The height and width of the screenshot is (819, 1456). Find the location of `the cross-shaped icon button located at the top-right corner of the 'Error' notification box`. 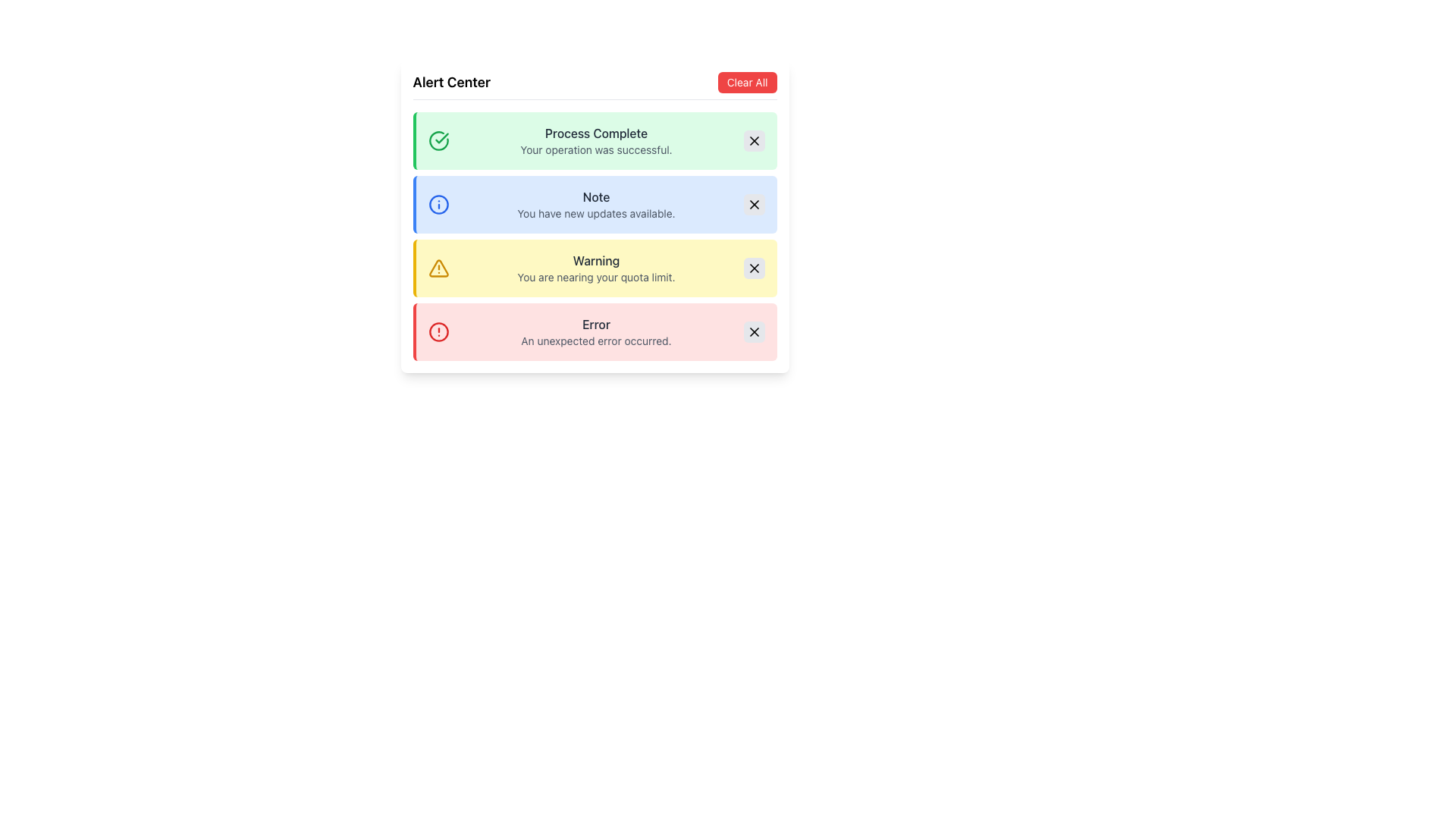

the cross-shaped icon button located at the top-right corner of the 'Error' notification box is located at coordinates (754, 331).